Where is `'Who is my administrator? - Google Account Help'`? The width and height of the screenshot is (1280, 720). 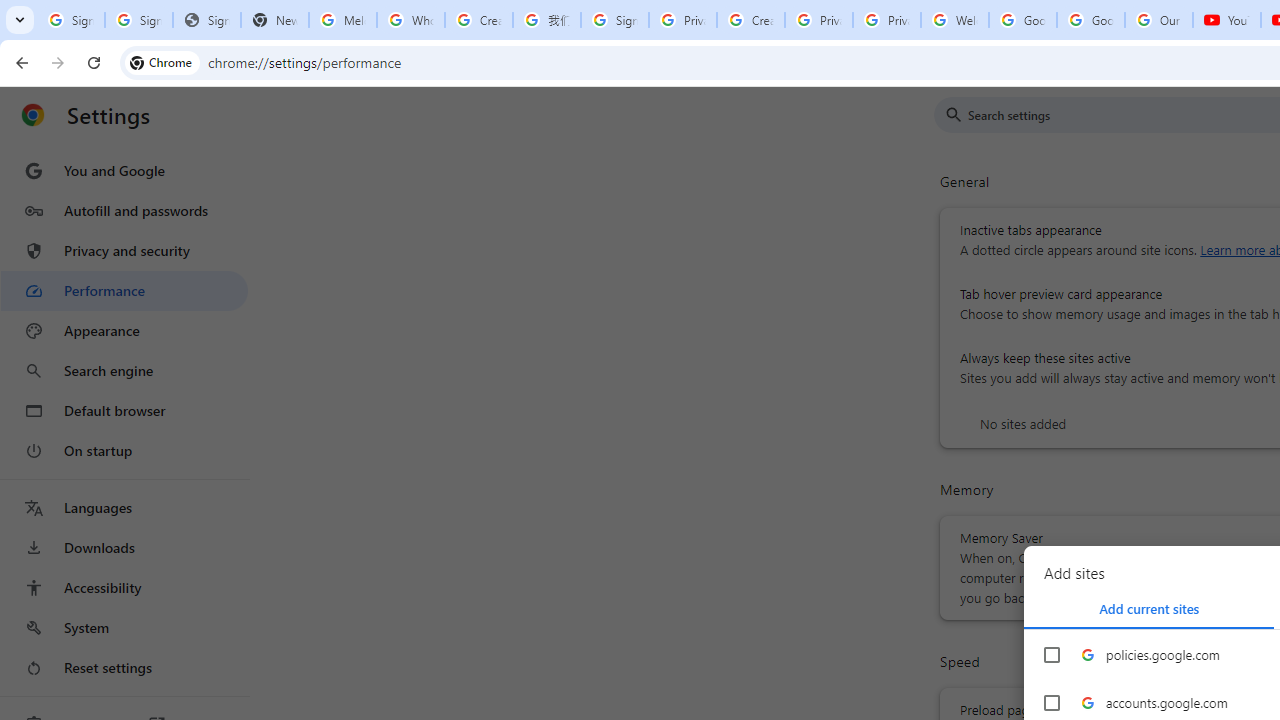 'Who is my administrator? - Google Account Help' is located at coordinates (410, 20).